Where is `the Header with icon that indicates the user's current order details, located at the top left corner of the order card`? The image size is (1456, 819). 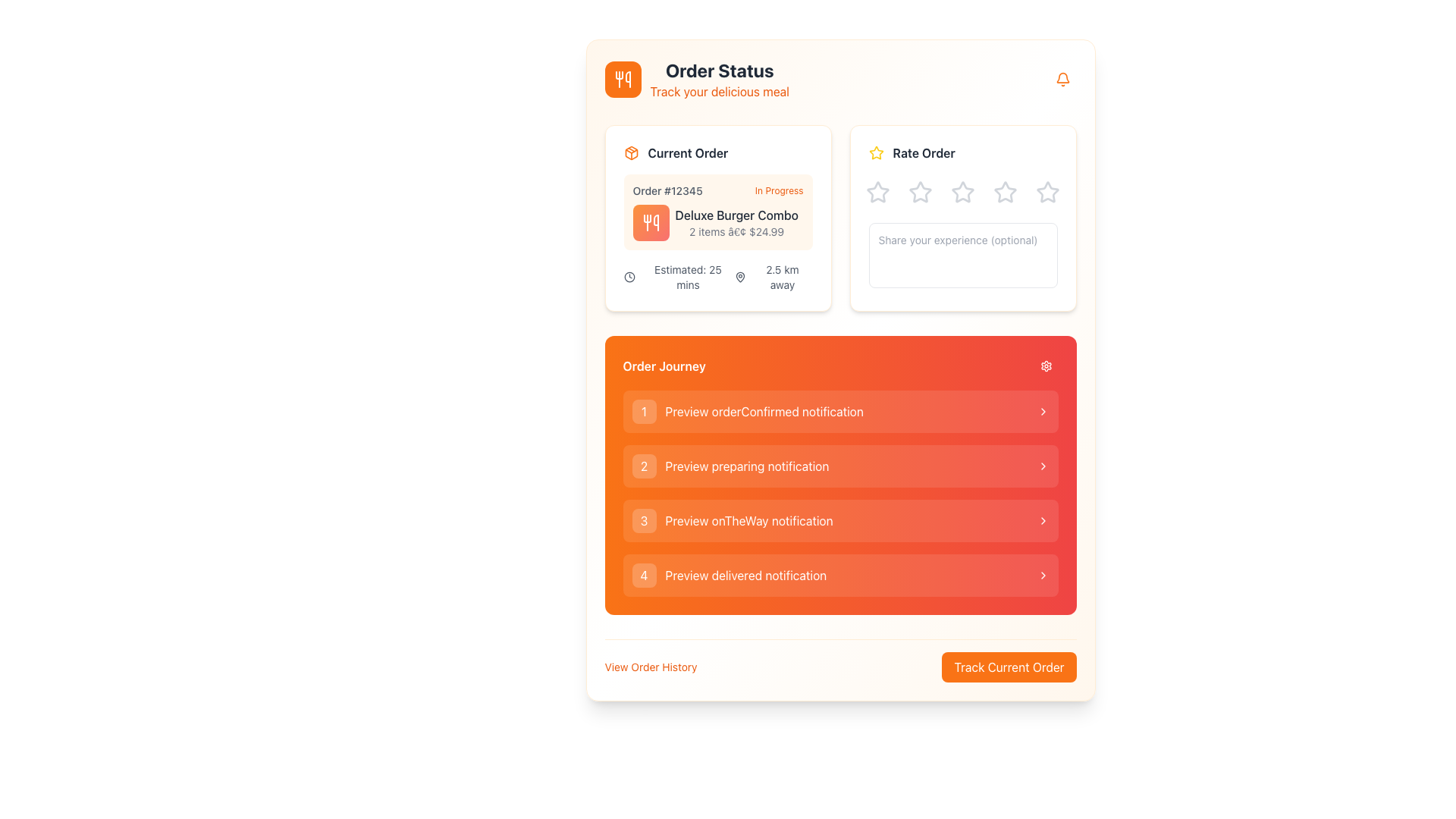
the Header with icon that indicates the user's current order details, located at the top left corner of the order card is located at coordinates (717, 152).